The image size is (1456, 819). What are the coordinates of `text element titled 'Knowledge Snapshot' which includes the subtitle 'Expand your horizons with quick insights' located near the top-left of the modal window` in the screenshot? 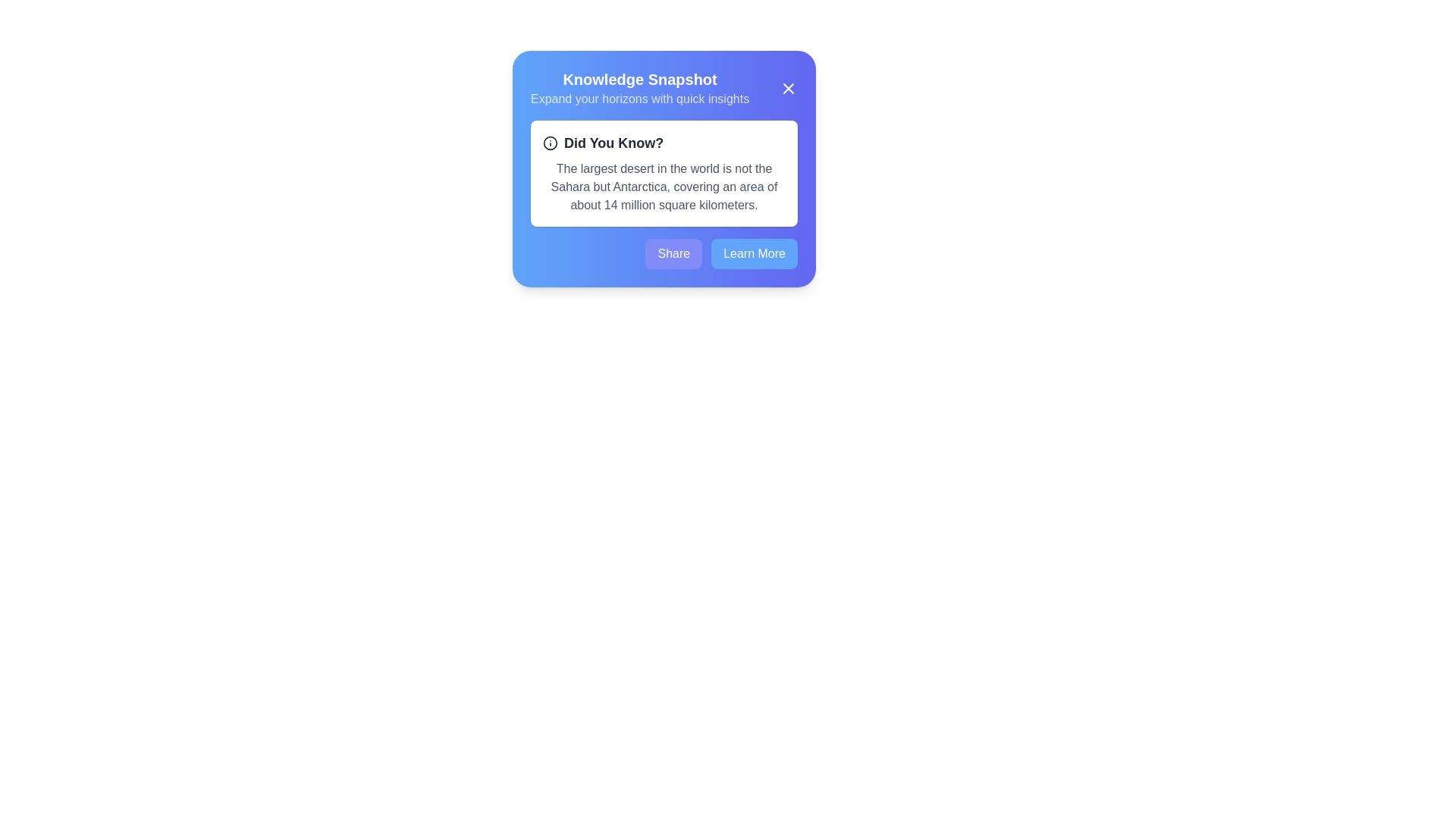 It's located at (640, 88).